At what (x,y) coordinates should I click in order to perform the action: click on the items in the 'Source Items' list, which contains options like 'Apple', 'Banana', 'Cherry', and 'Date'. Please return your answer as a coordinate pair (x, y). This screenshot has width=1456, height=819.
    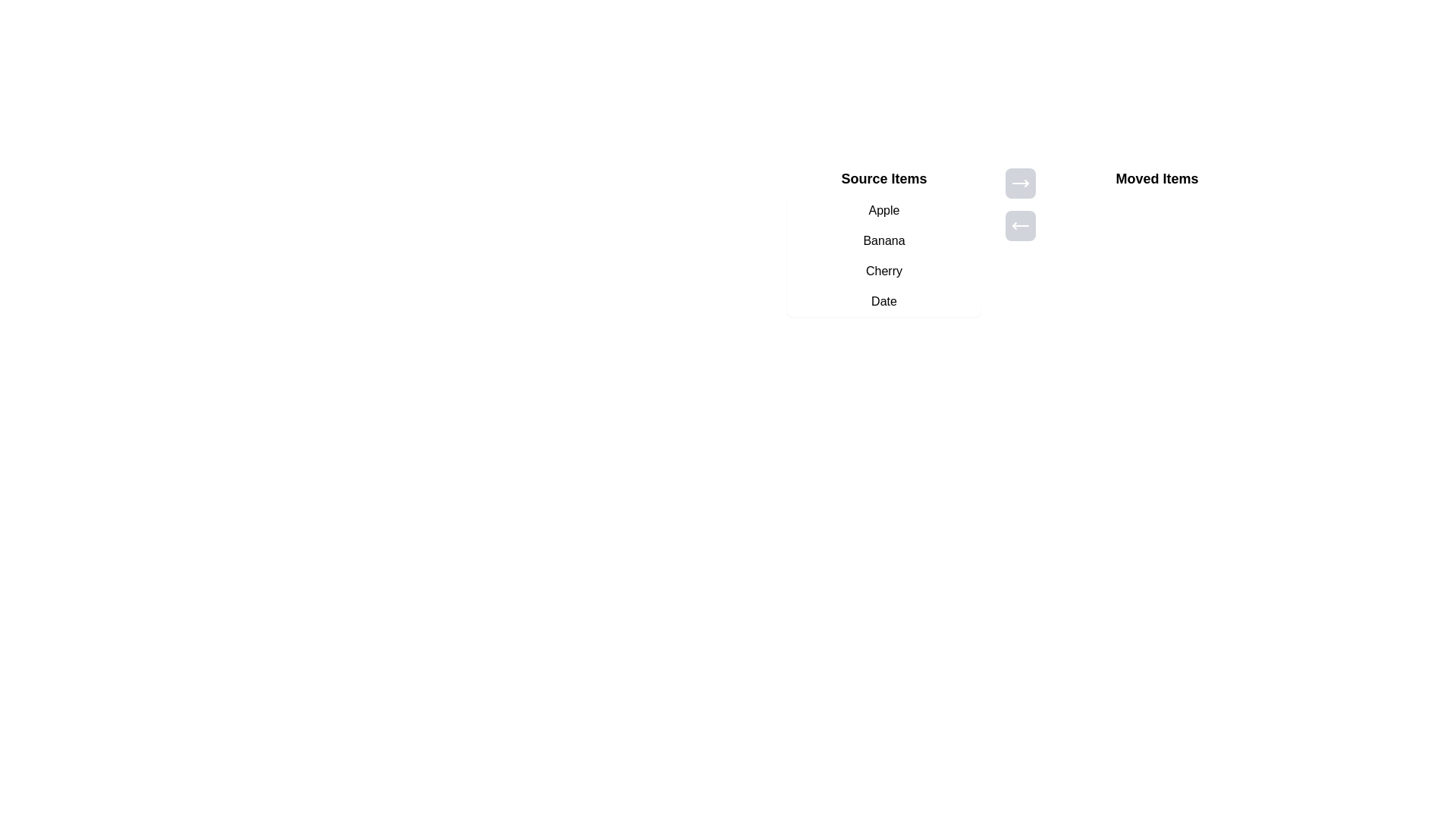
    Looking at the image, I should click on (884, 242).